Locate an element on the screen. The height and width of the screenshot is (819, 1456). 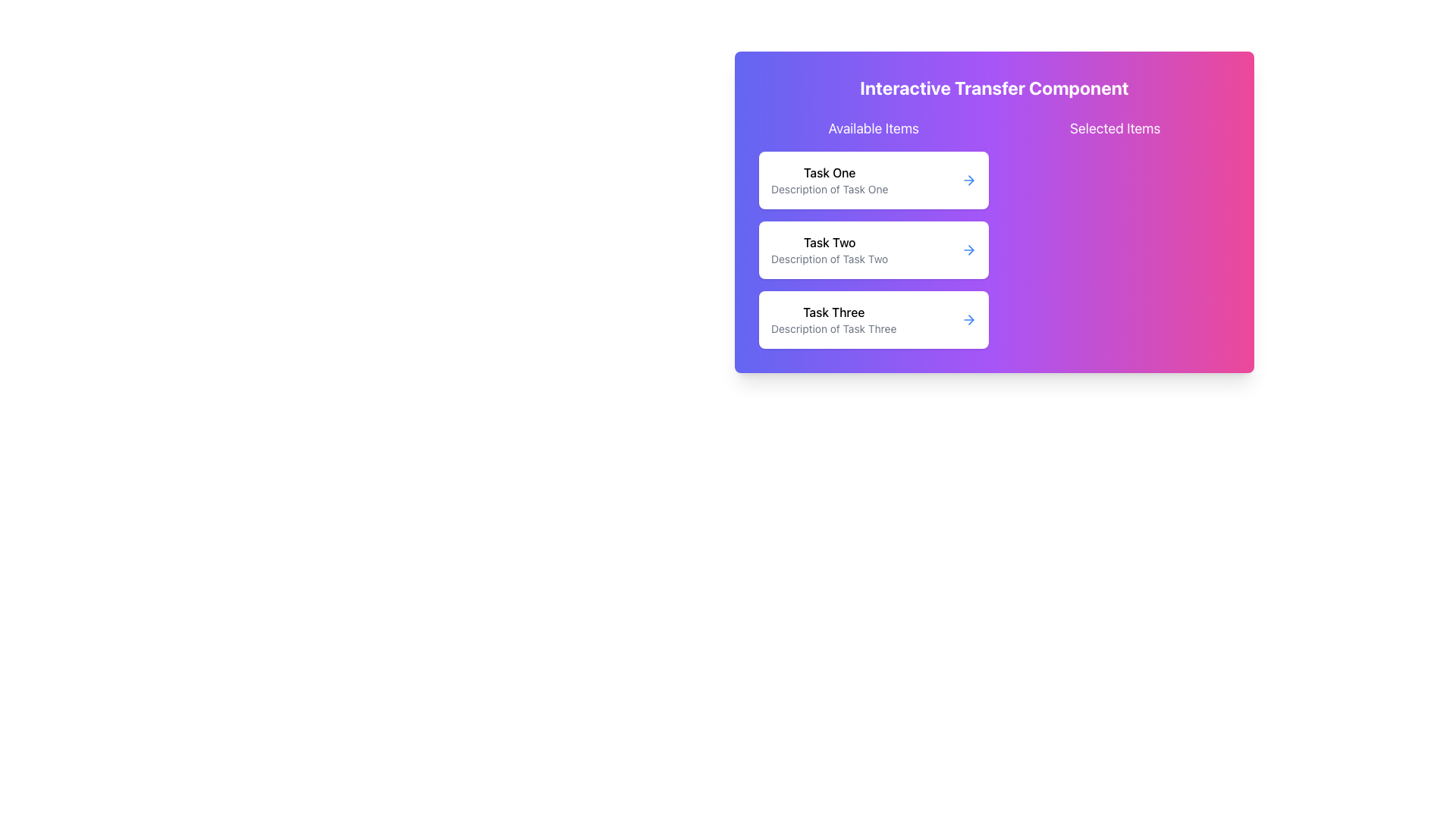
the 'Task Three' text label which is centrally aligned in a card-like structure, serving as the title for the description of Task Three is located at coordinates (833, 312).